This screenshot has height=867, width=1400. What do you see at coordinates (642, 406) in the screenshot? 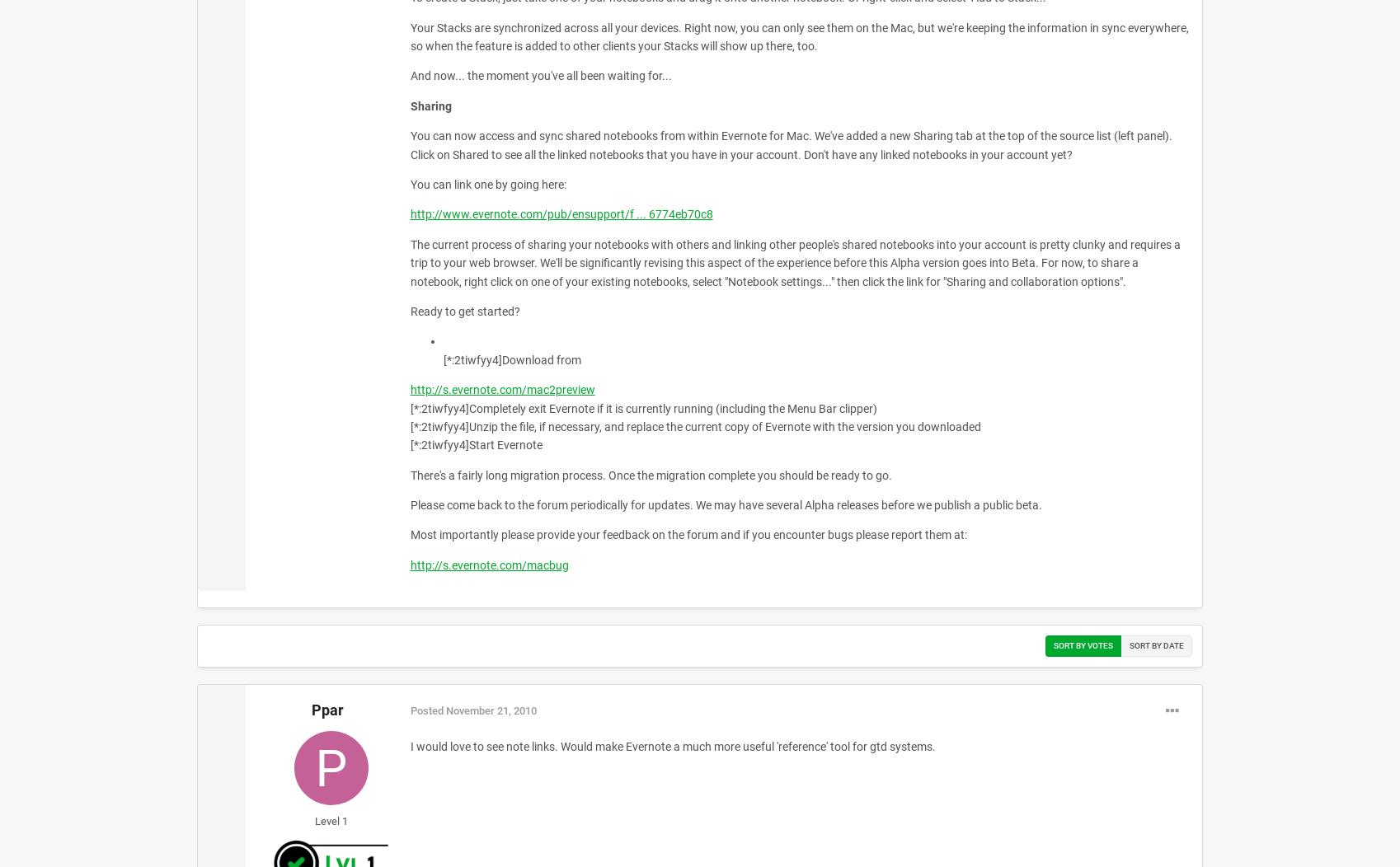
I see `'[*:2tiwfyy4]Completely exit Evernote if it is currently running (including the Menu Bar clipper)'` at bounding box center [642, 406].